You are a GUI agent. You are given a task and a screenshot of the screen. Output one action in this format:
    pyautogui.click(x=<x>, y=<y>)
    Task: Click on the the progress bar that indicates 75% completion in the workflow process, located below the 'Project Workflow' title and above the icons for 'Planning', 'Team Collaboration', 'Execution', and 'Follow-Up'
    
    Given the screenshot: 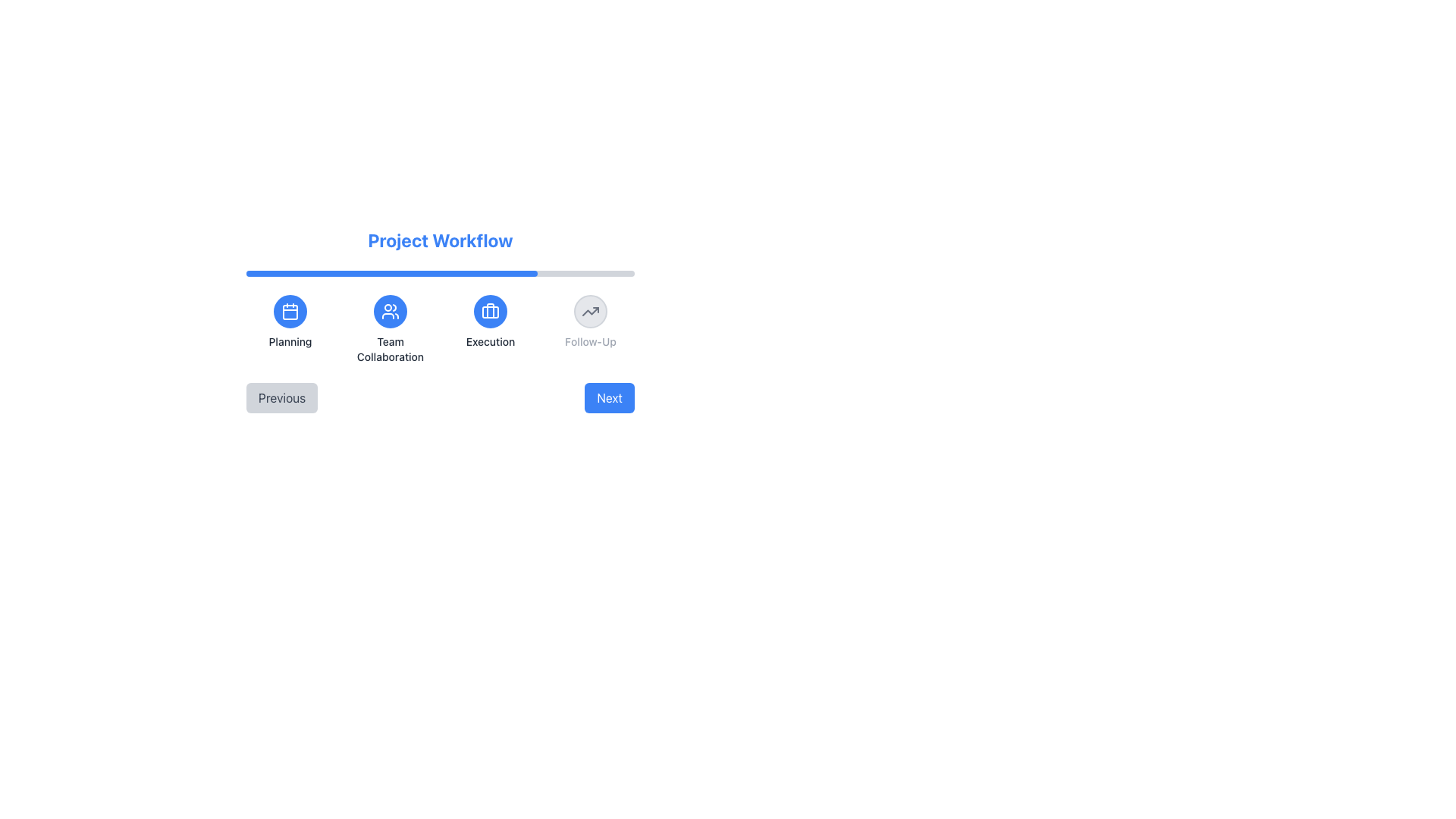 What is the action you would take?
    pyautogui.click(x=439, y=274)
    